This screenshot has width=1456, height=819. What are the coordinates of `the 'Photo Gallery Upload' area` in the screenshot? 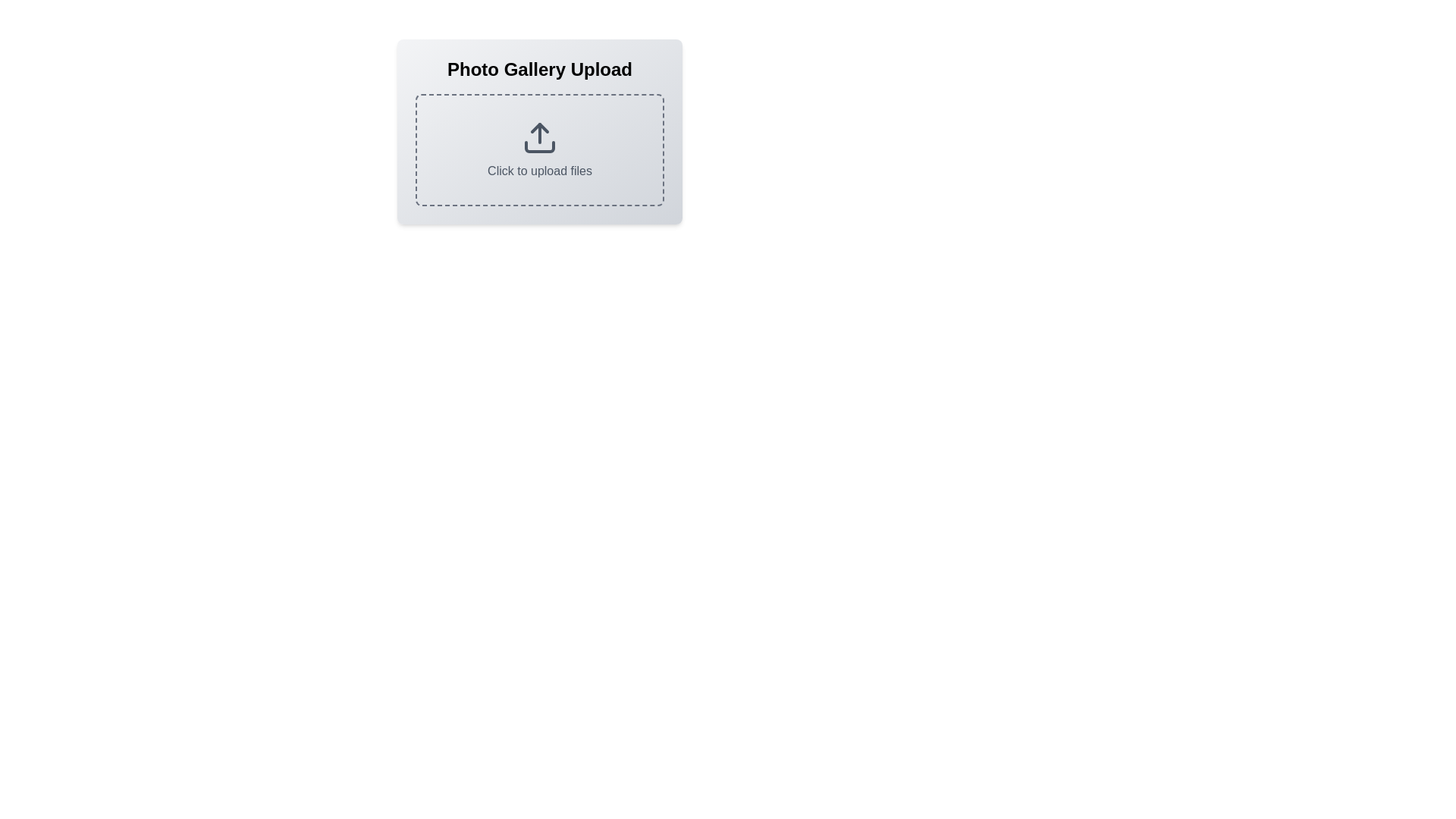 It's located at (539, 130).